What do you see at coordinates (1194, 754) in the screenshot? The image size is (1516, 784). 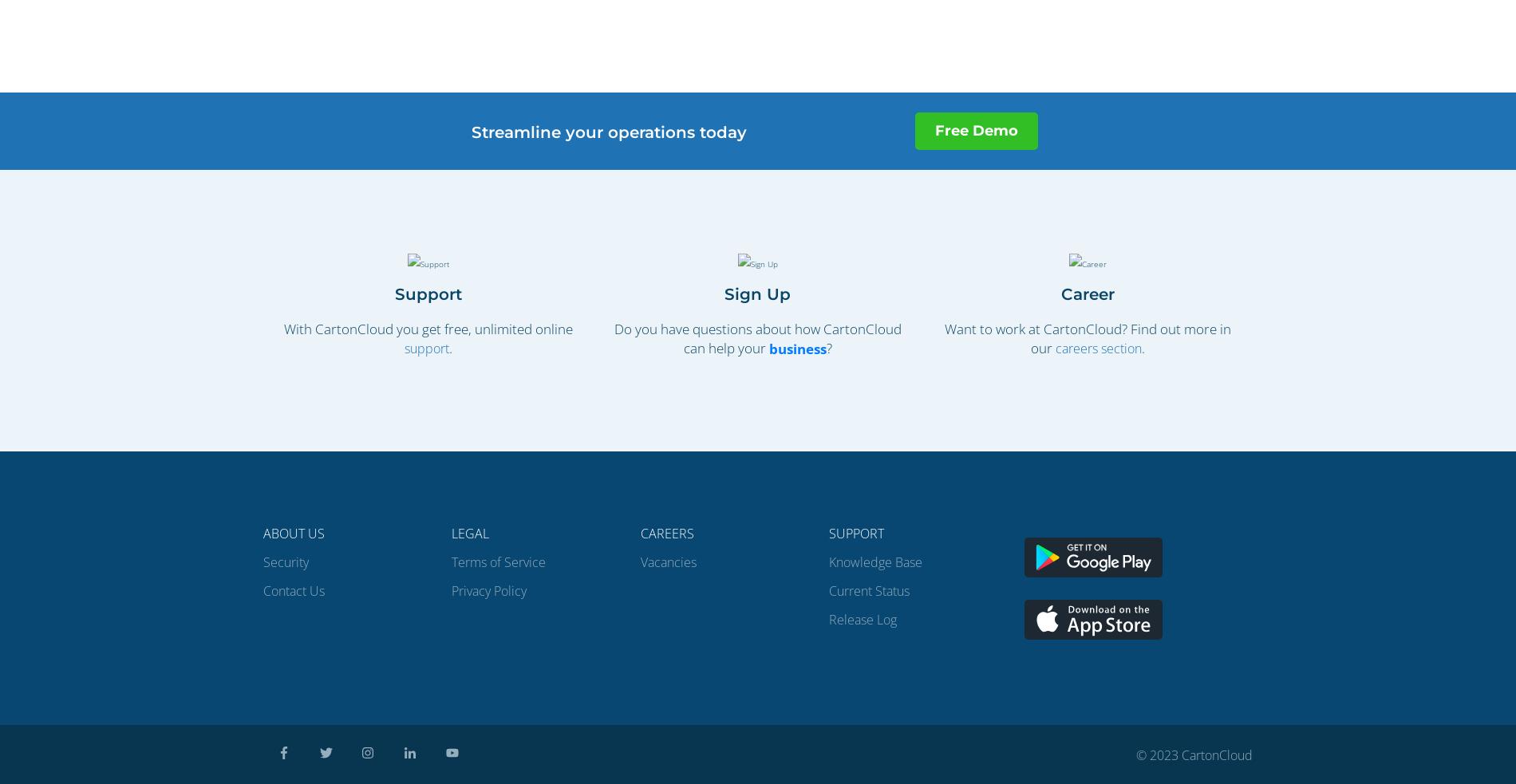 I see `'© 2023 CartonCloud'` at bounding box center [1194, 754].